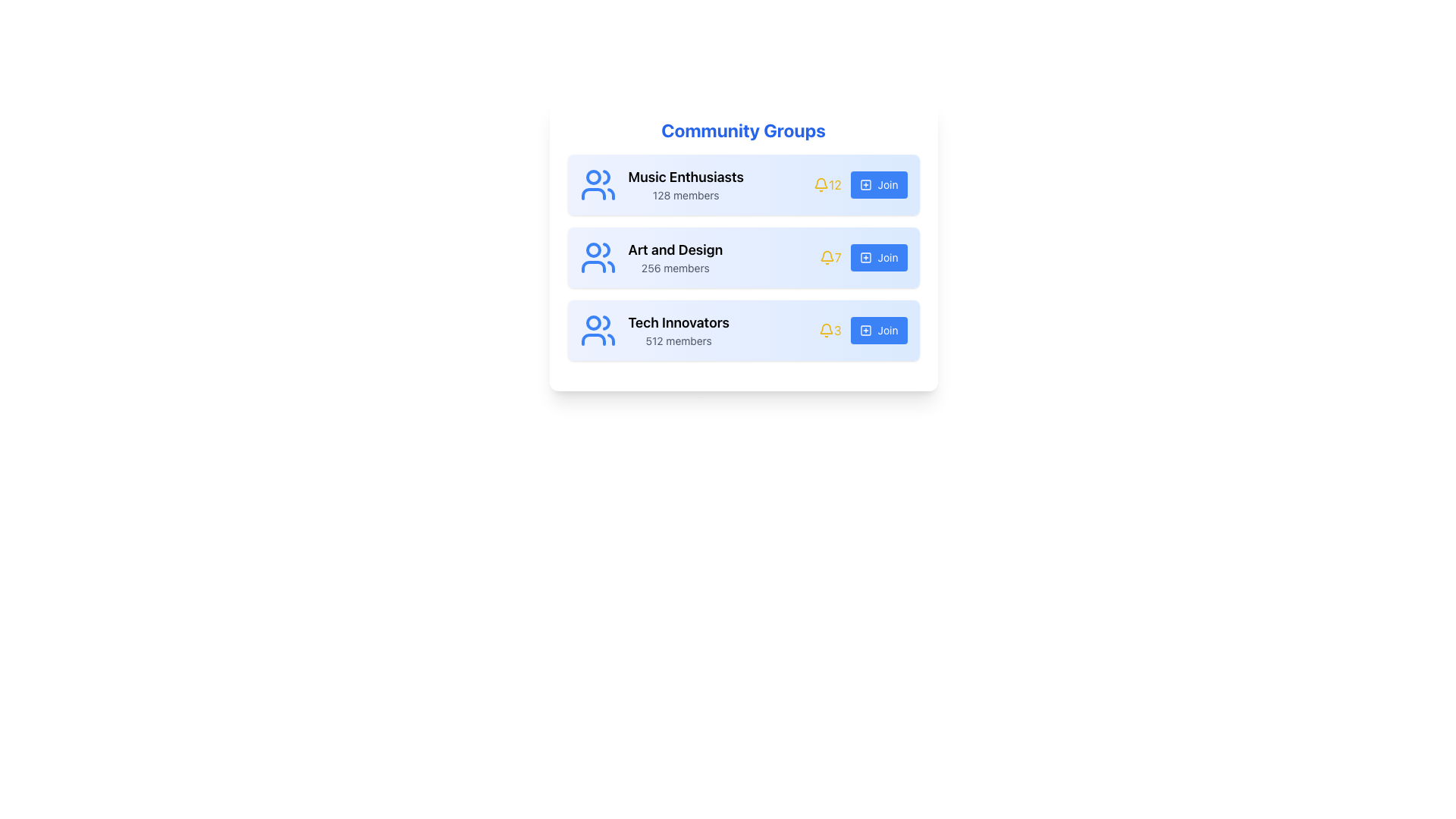 The width and height of the screenshot is (1456, 819). I want to click on the 'Join Tech Innovators' button located, so click(879, 329).